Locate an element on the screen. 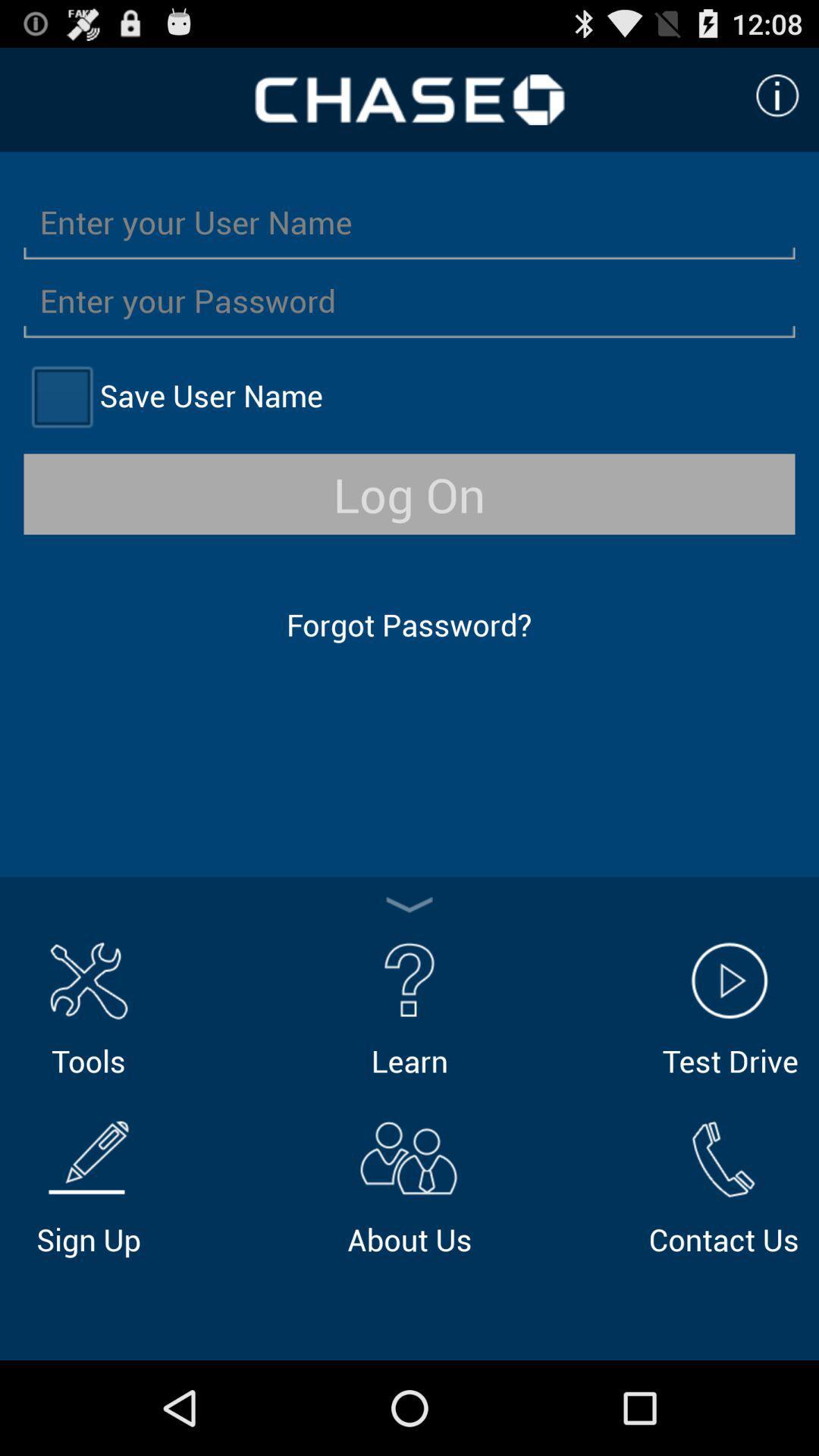 The height and width of the screenshot is (1456, 819). type user name is located at coordinates (409, 221).